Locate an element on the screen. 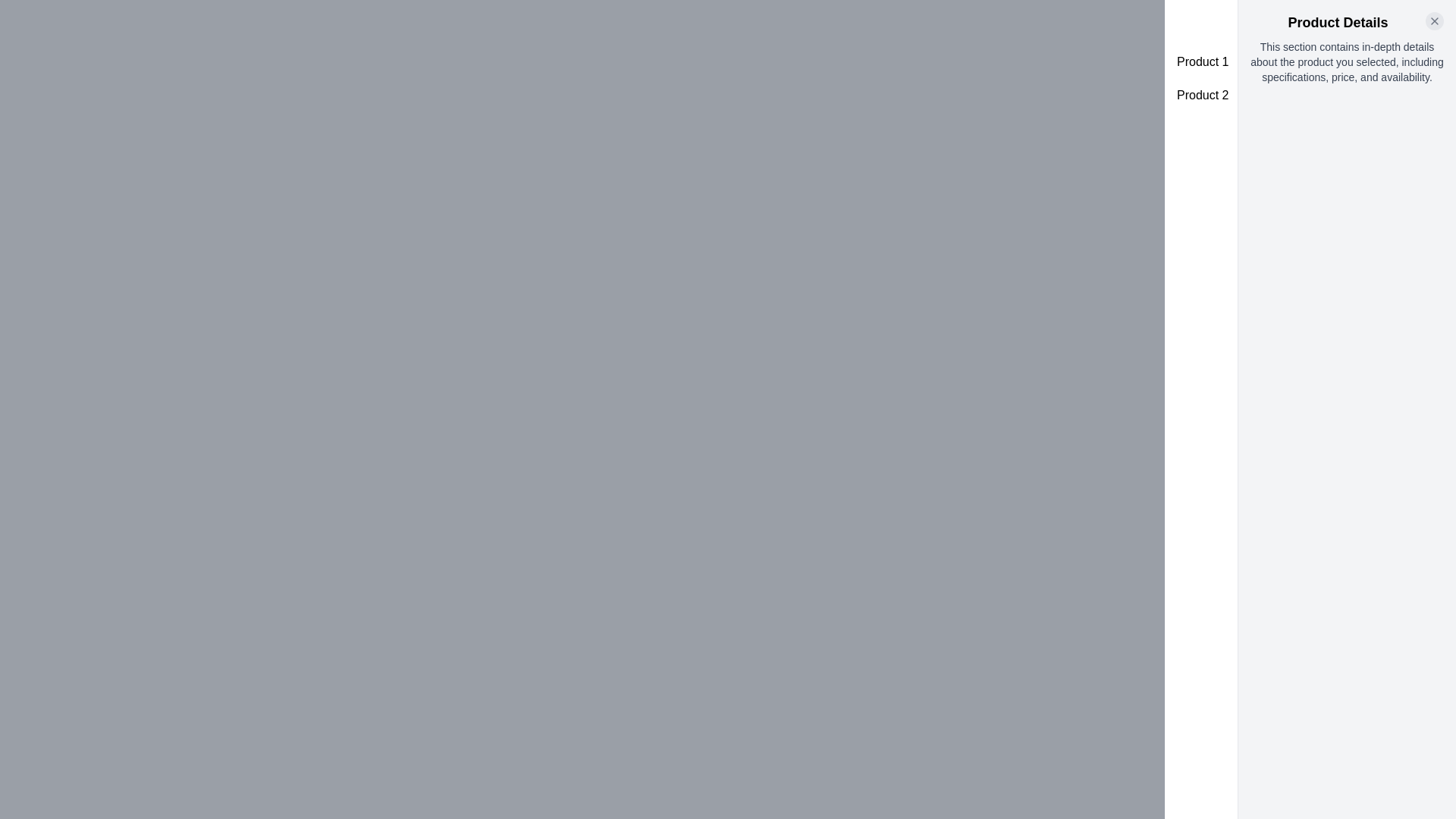 The height and width of the screenshot is (819, 1456). the 'Product Details' label, which is a bold and large textual label located in the right sidebar, positioned below a close button and above a descriptive text paragraph is located at coordinates (1347, 23).